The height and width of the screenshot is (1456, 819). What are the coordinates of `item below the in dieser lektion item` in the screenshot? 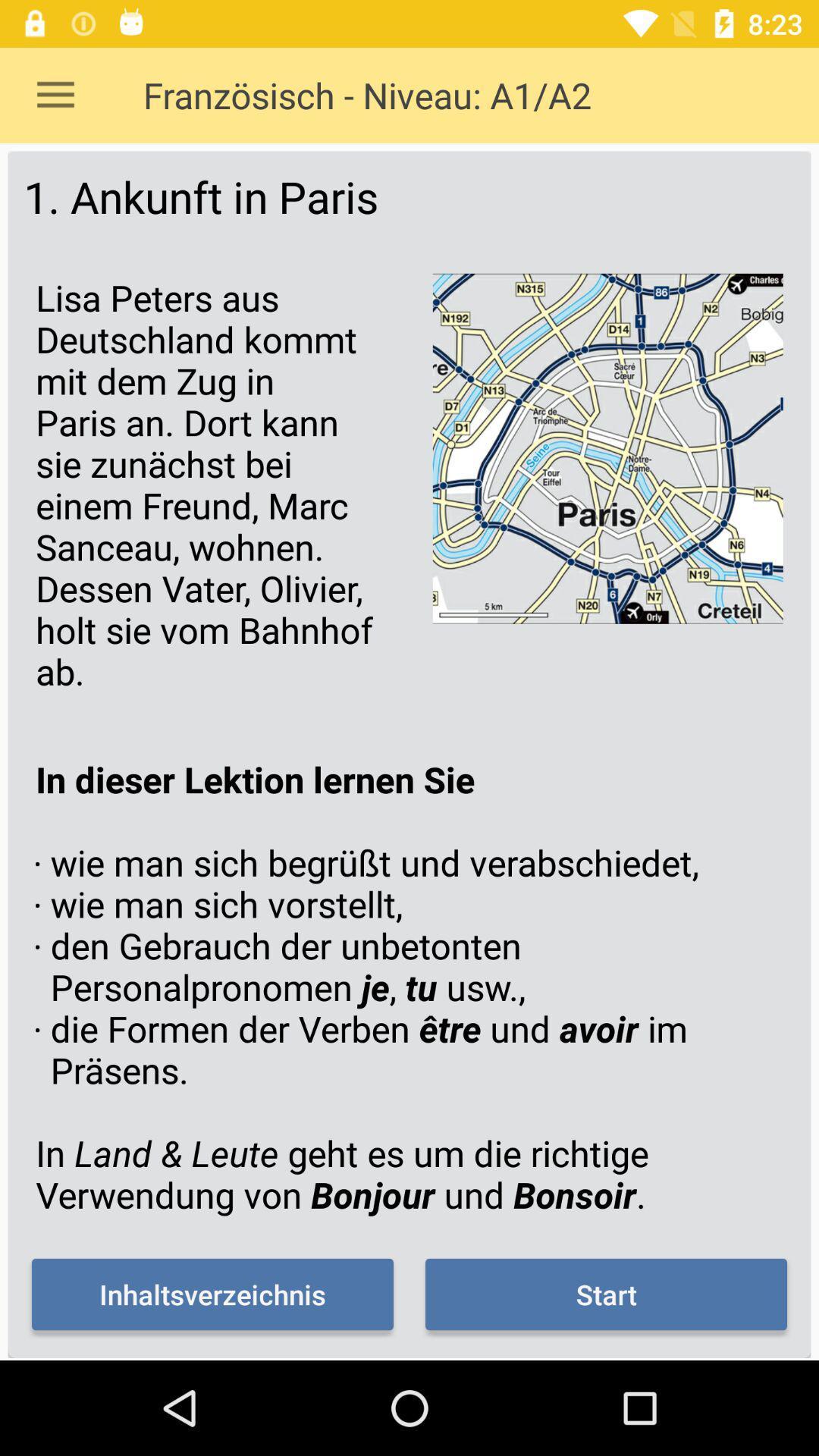 It's located at (605, 1294).